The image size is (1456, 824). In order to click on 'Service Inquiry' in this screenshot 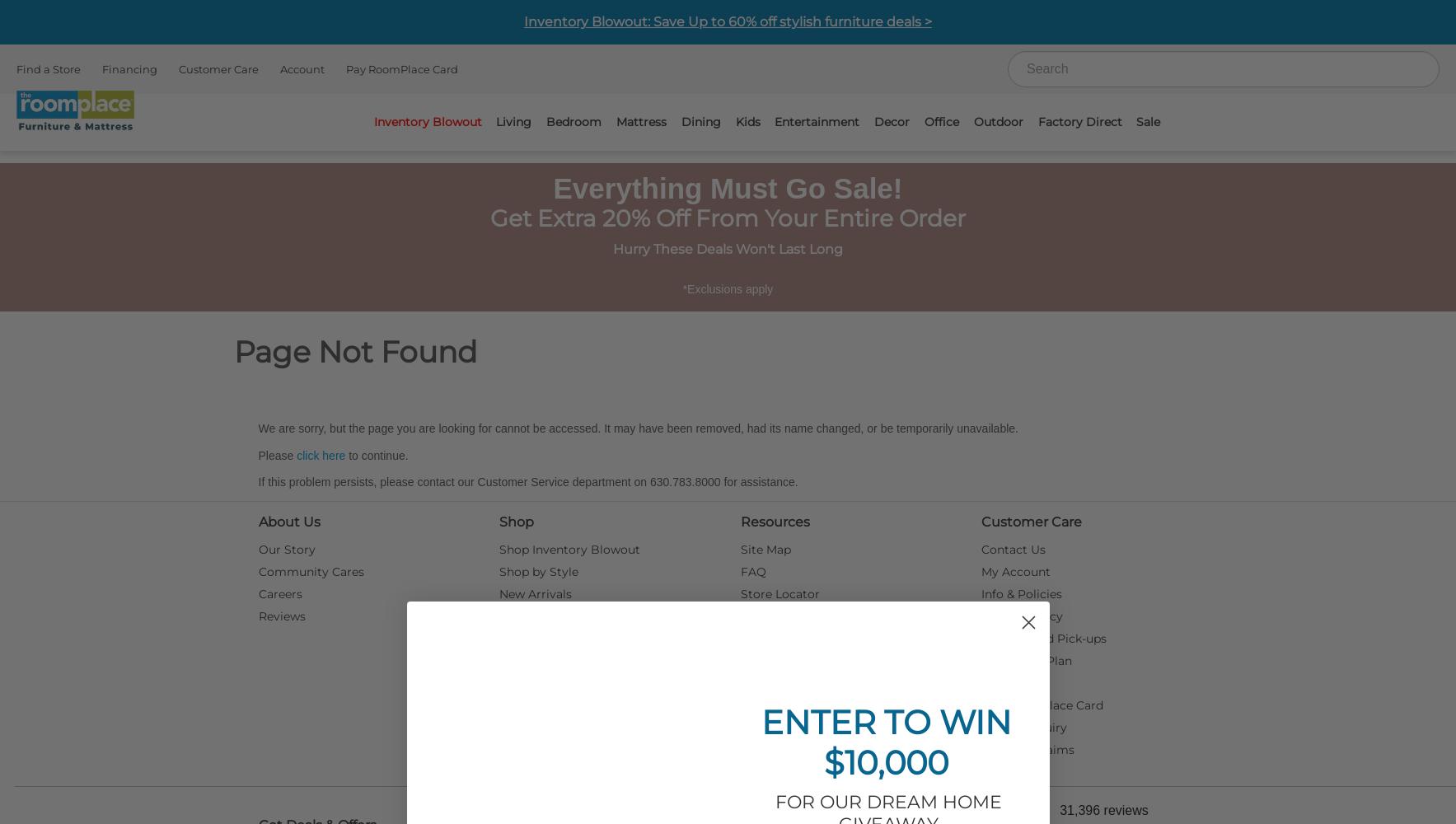, I will do `click(1023, 728)`.